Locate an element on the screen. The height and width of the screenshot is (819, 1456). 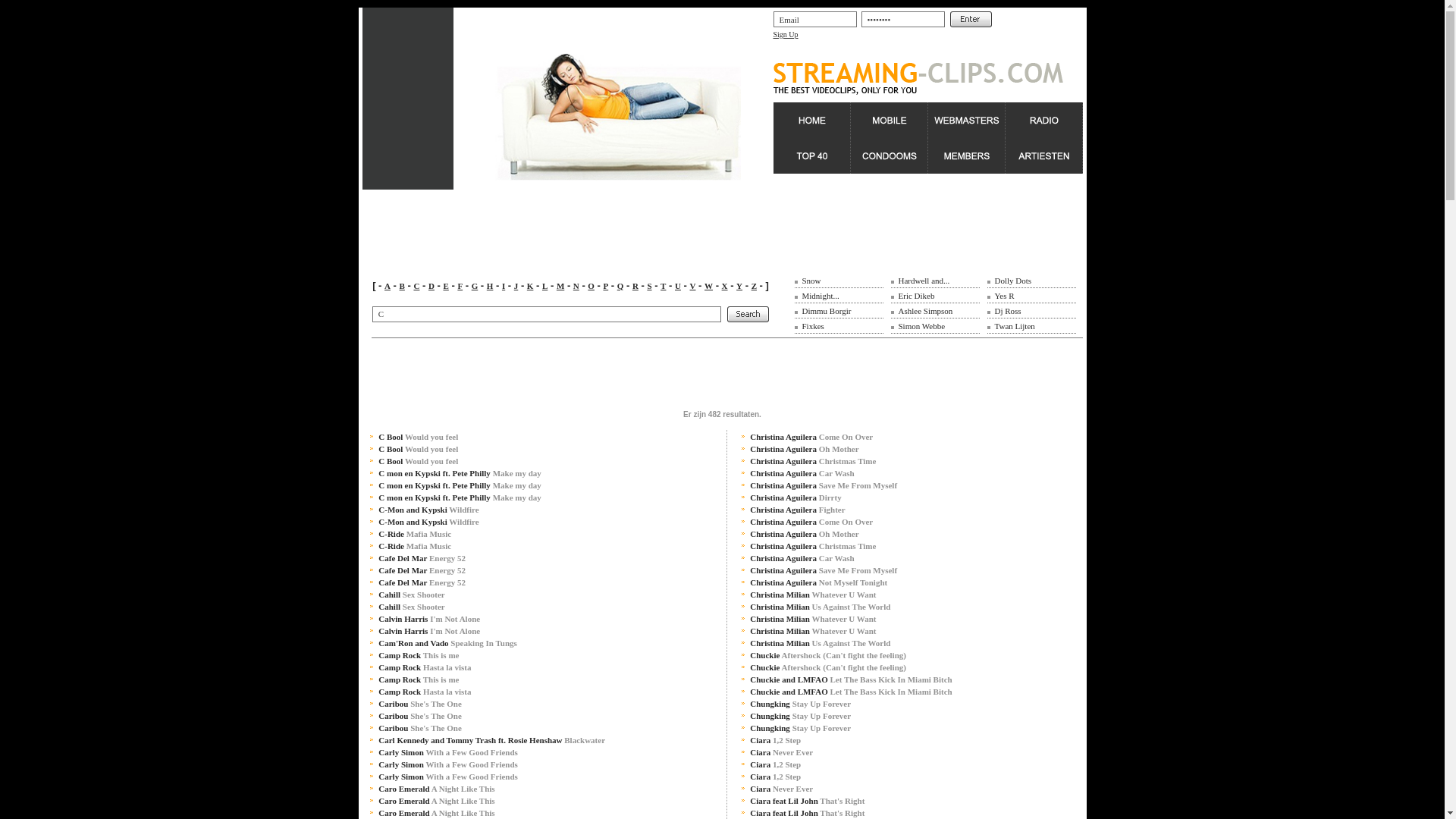
'Christina Milian Us Against The World' is located at coordinates (819, 643).